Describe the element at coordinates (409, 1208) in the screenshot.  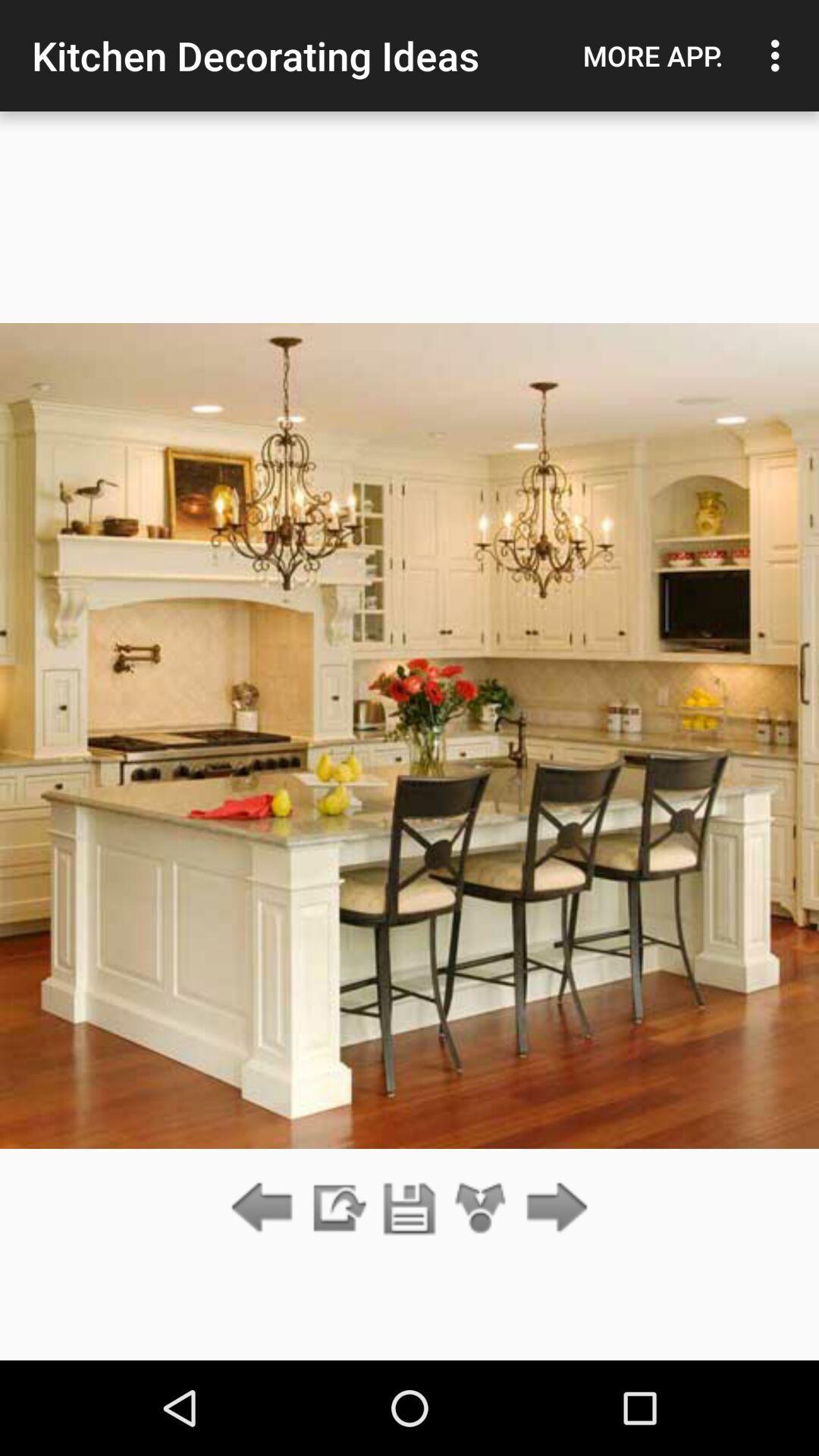
I see `the save icon` at that location.